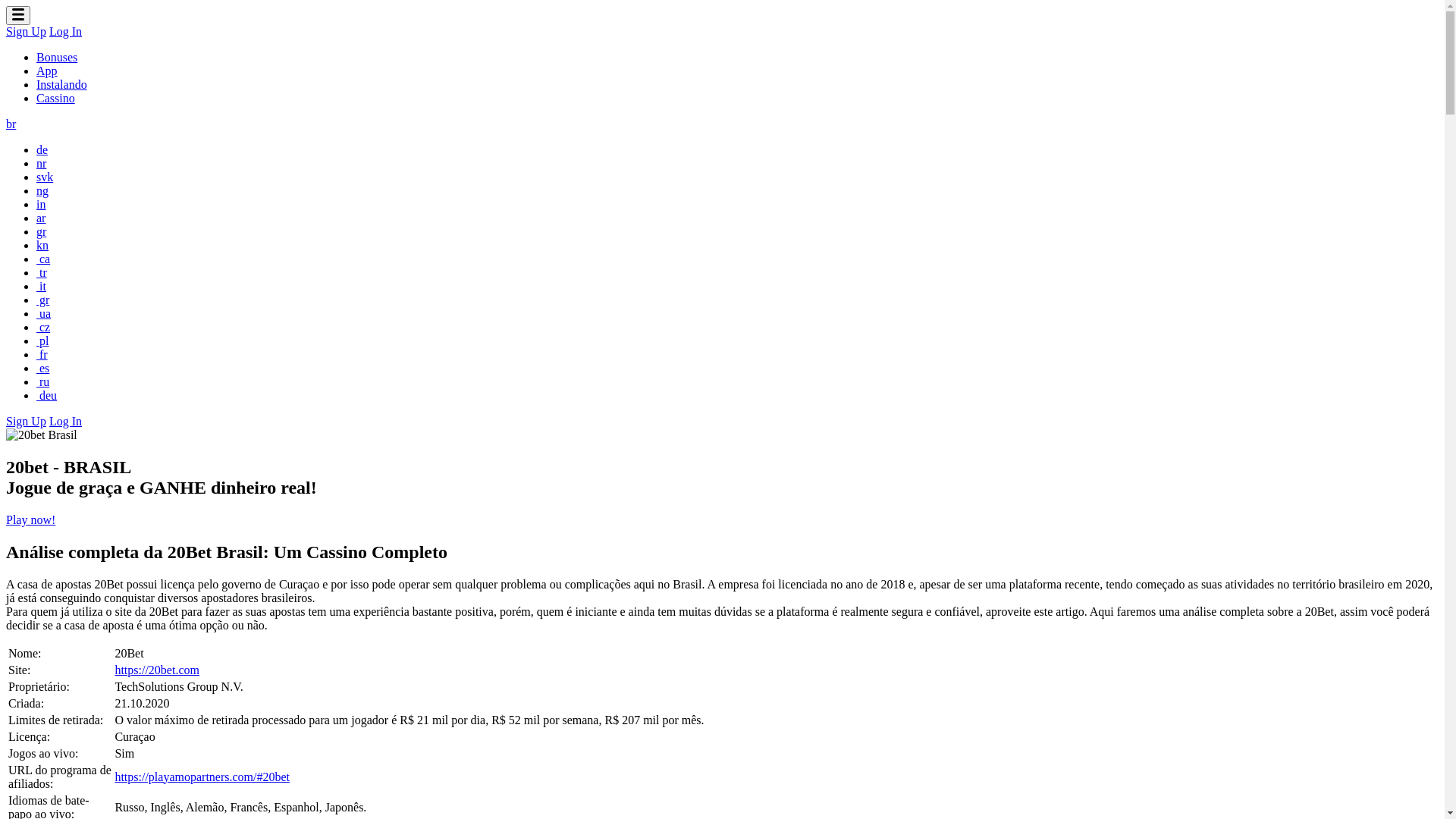 This screenshot has height=819, width=1456. I want to click on 'Log In', so click(64, 421).